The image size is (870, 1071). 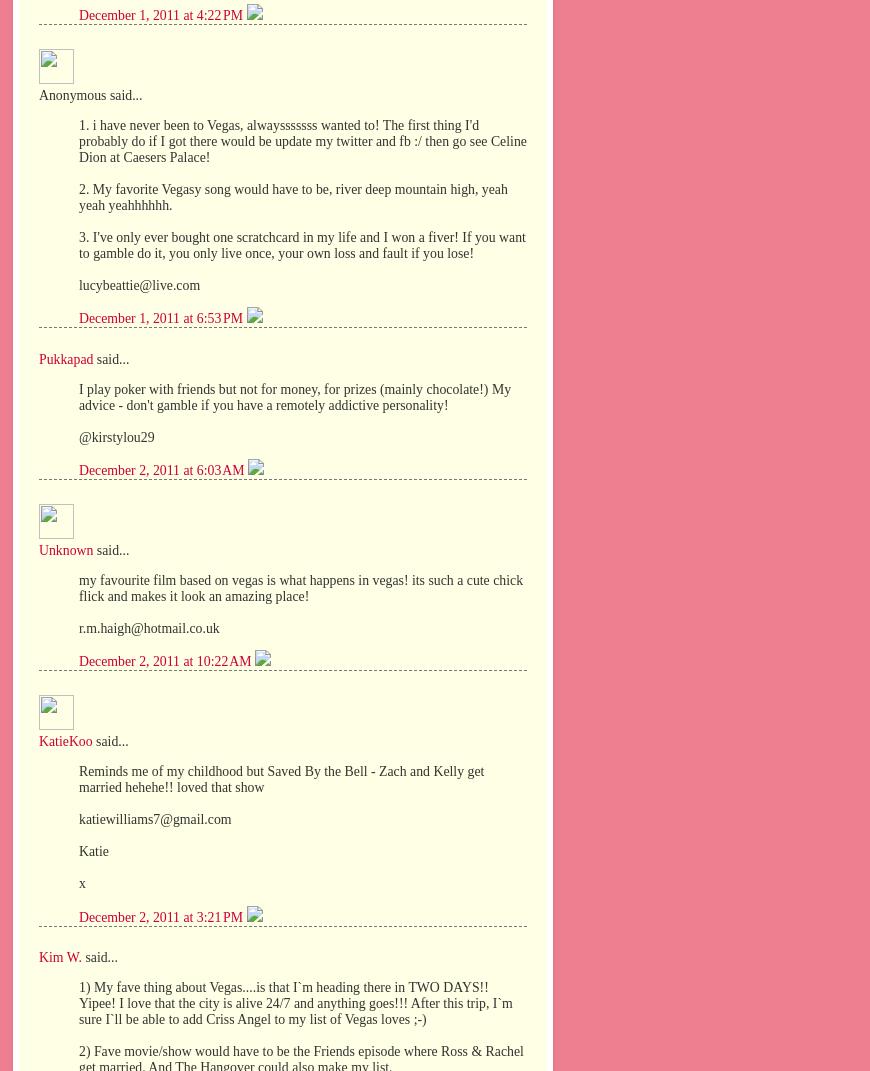 I want to click on 'December 2, 2011 at 10:22 AM', so click(x=165, y=660).